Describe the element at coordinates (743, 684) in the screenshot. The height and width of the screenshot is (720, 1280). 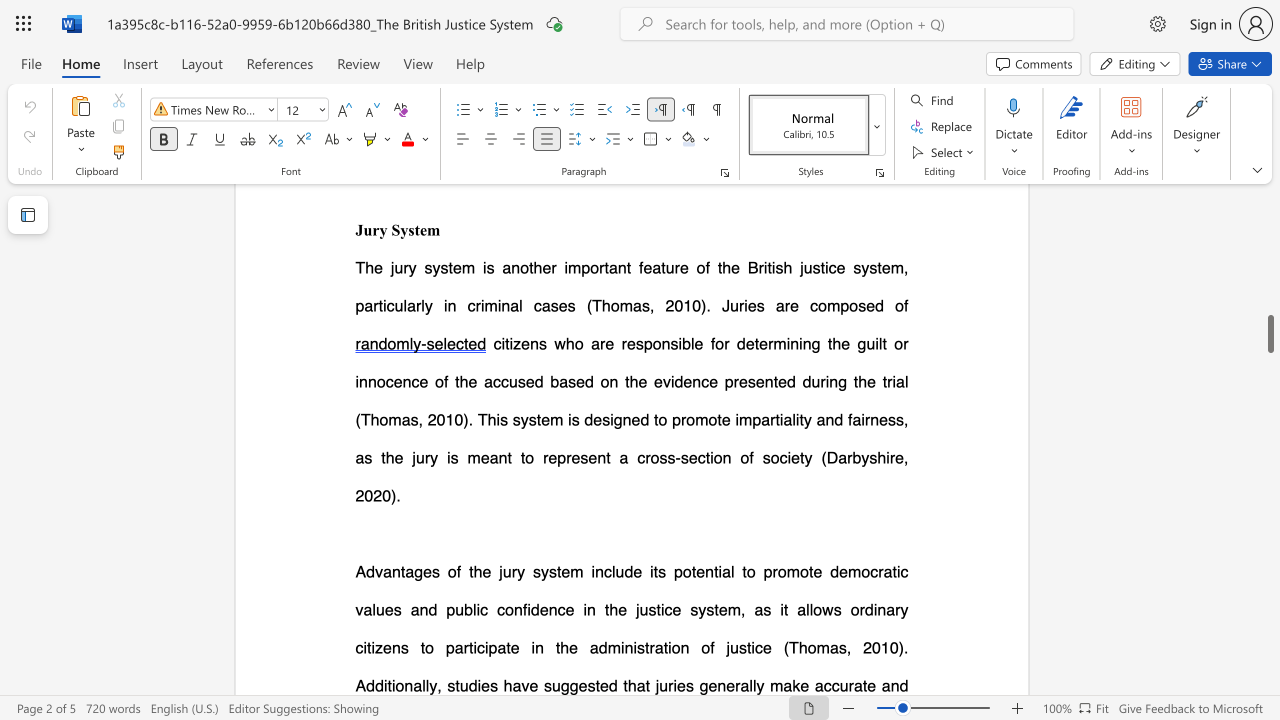
I see `the 1th character "a" in the text` at that location.